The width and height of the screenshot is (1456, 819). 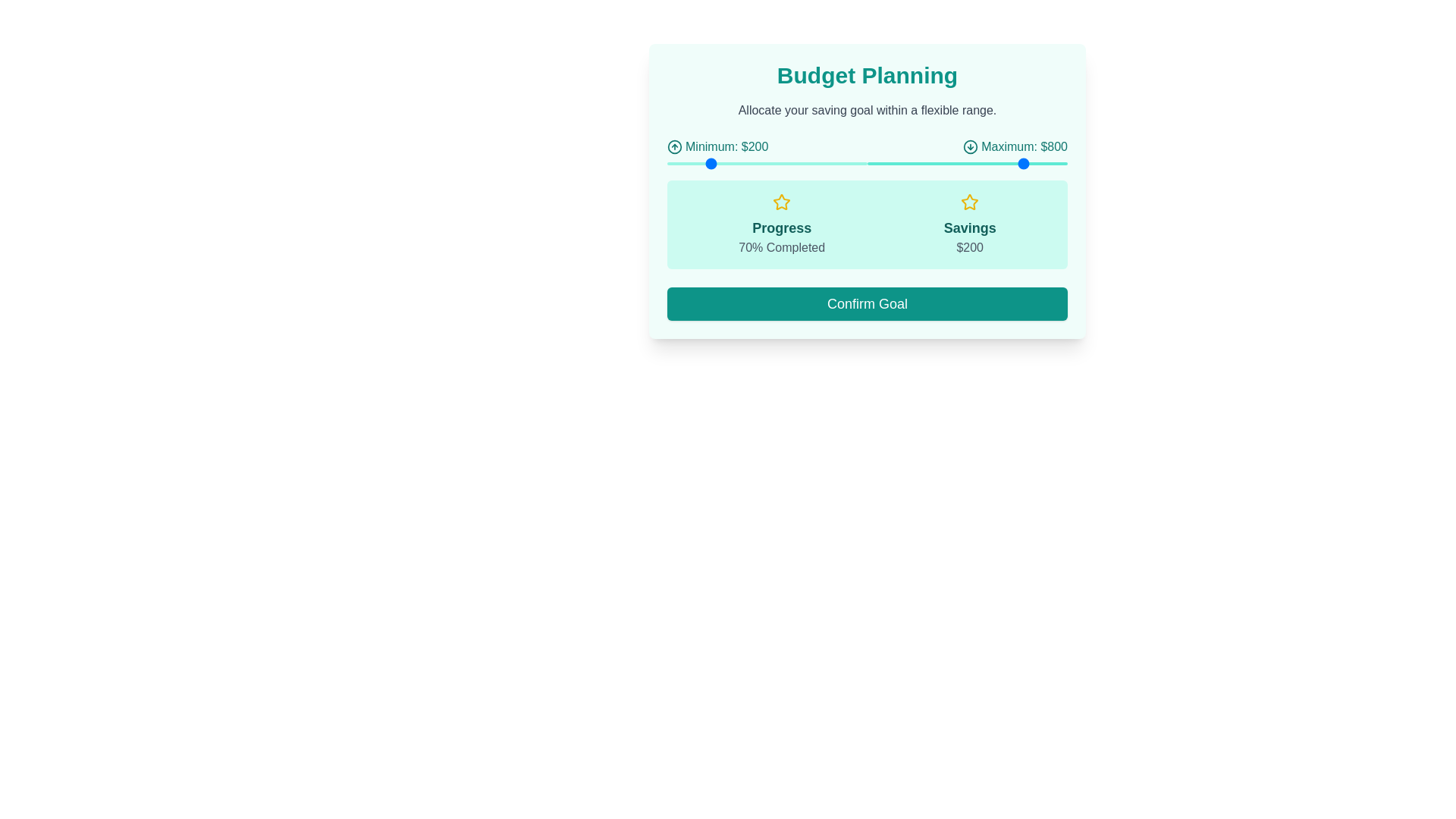 I want to click on the 'Savings' icon located on the right side of the 'Savings' card within the financial planning interface, so click(x=782, y=201).